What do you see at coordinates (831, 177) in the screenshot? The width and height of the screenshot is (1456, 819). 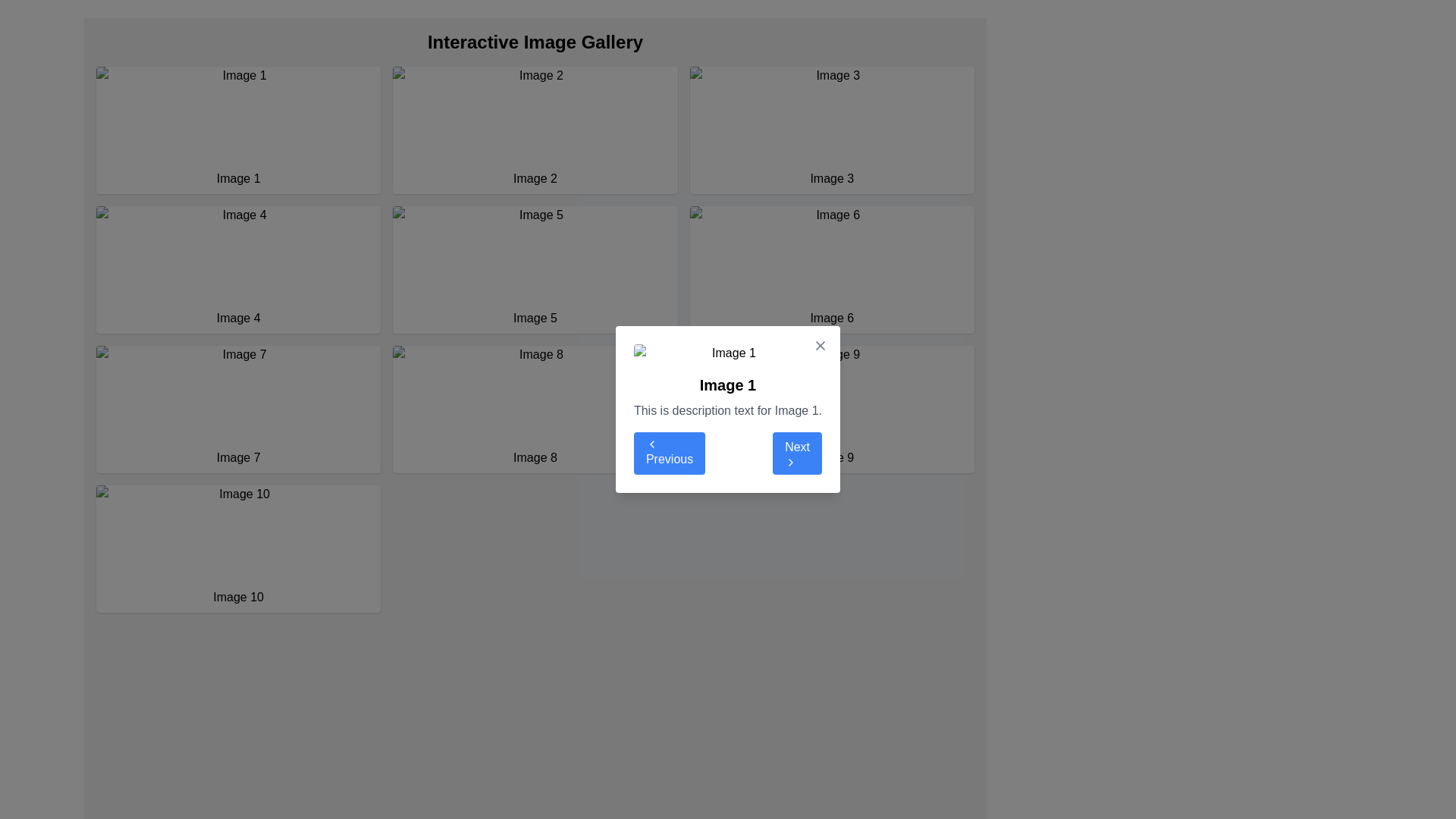 I see `text label that displays 'Image 3', located in a white box below the thumbnail image` at bounding box center [831, 177].